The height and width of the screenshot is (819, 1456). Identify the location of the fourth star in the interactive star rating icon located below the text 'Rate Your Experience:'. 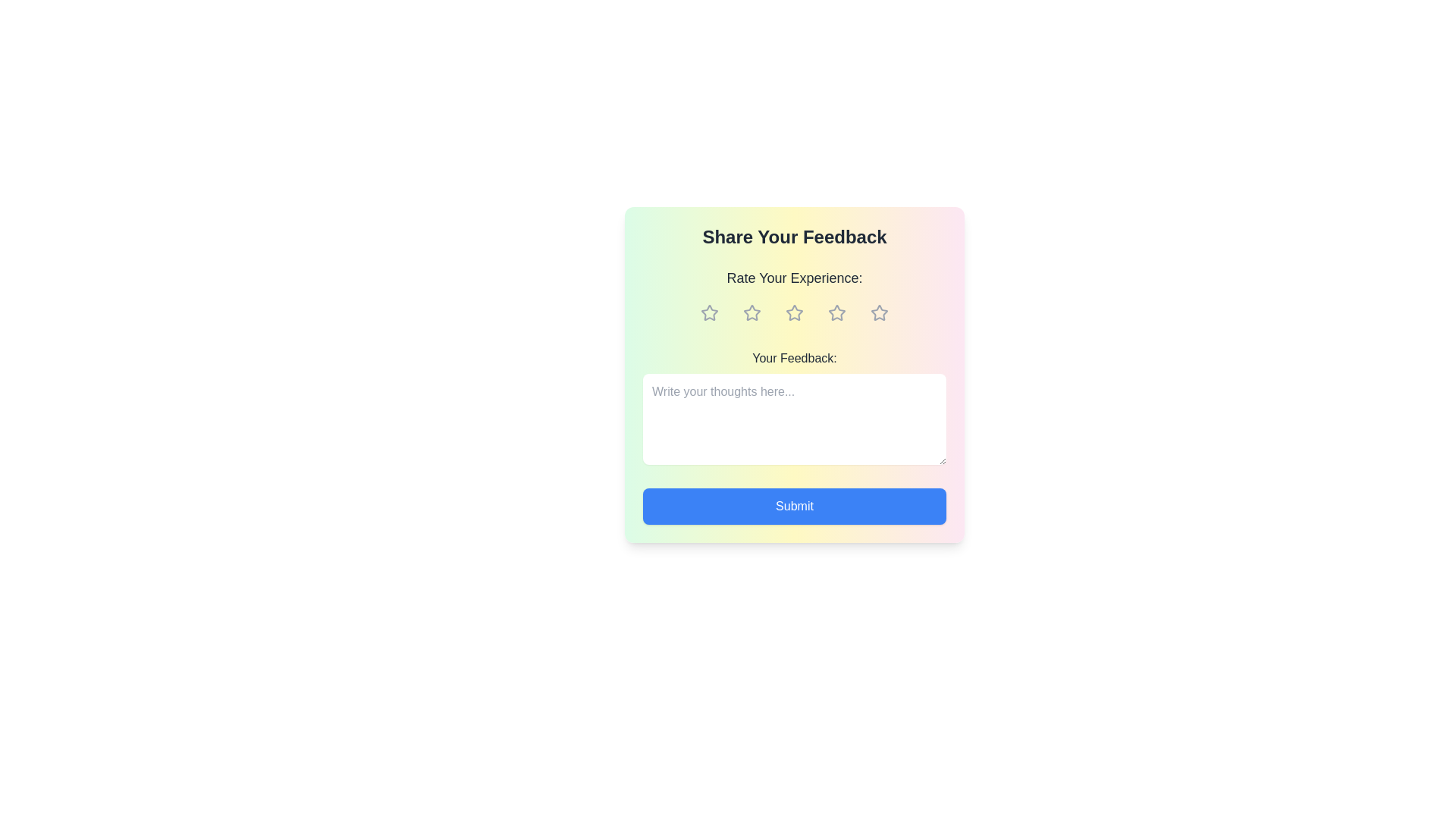
(836, 312).